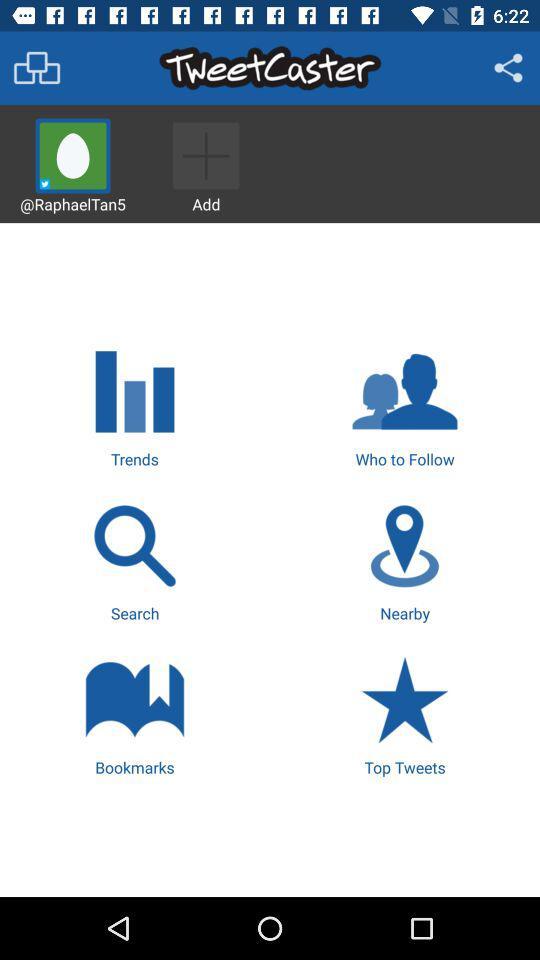 The width and height of the screenshot is (540, 960). I want to click on the trends item, so click(135, 404).